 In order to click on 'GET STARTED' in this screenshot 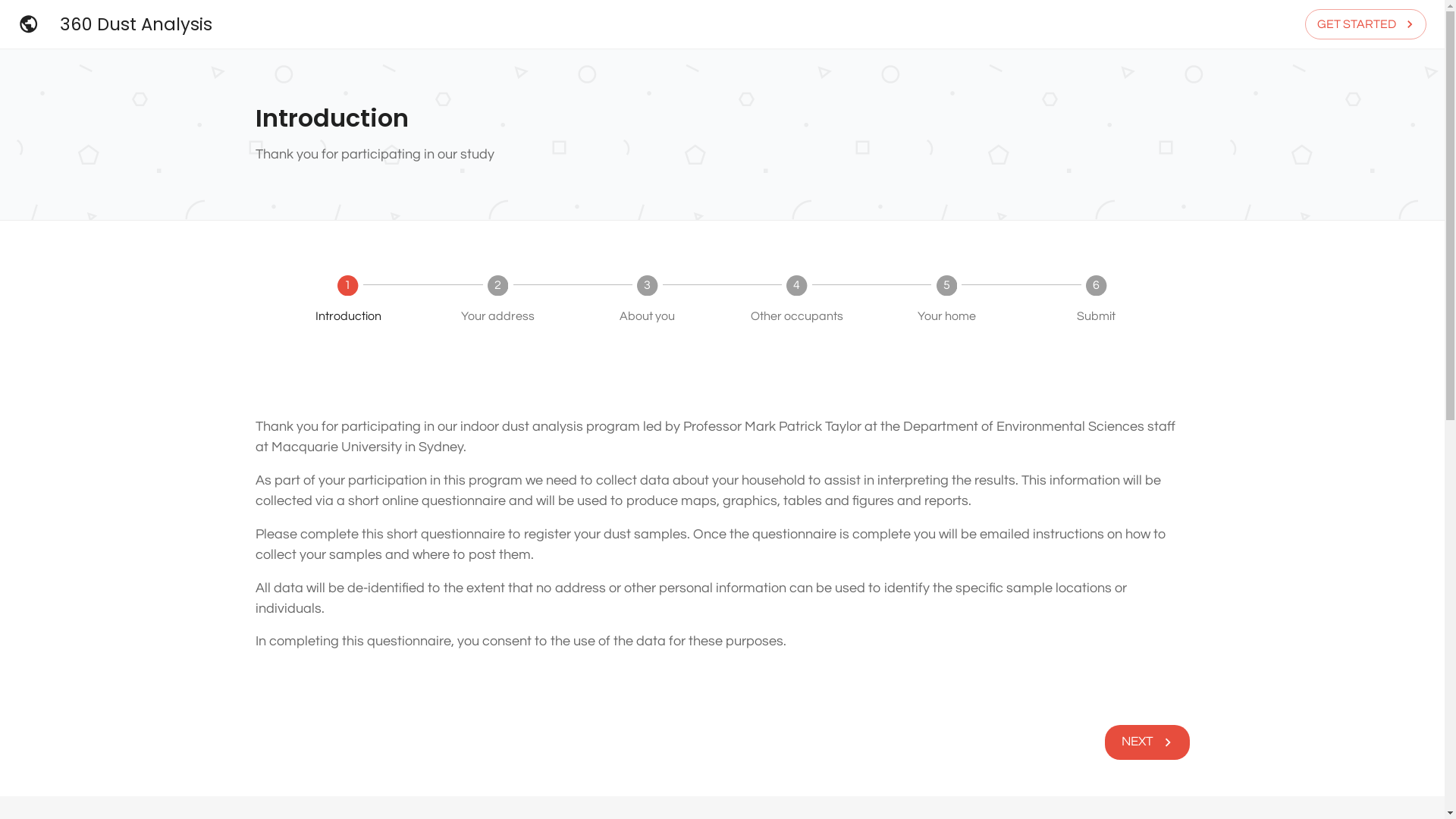, I will do `click(1365, 24)`.